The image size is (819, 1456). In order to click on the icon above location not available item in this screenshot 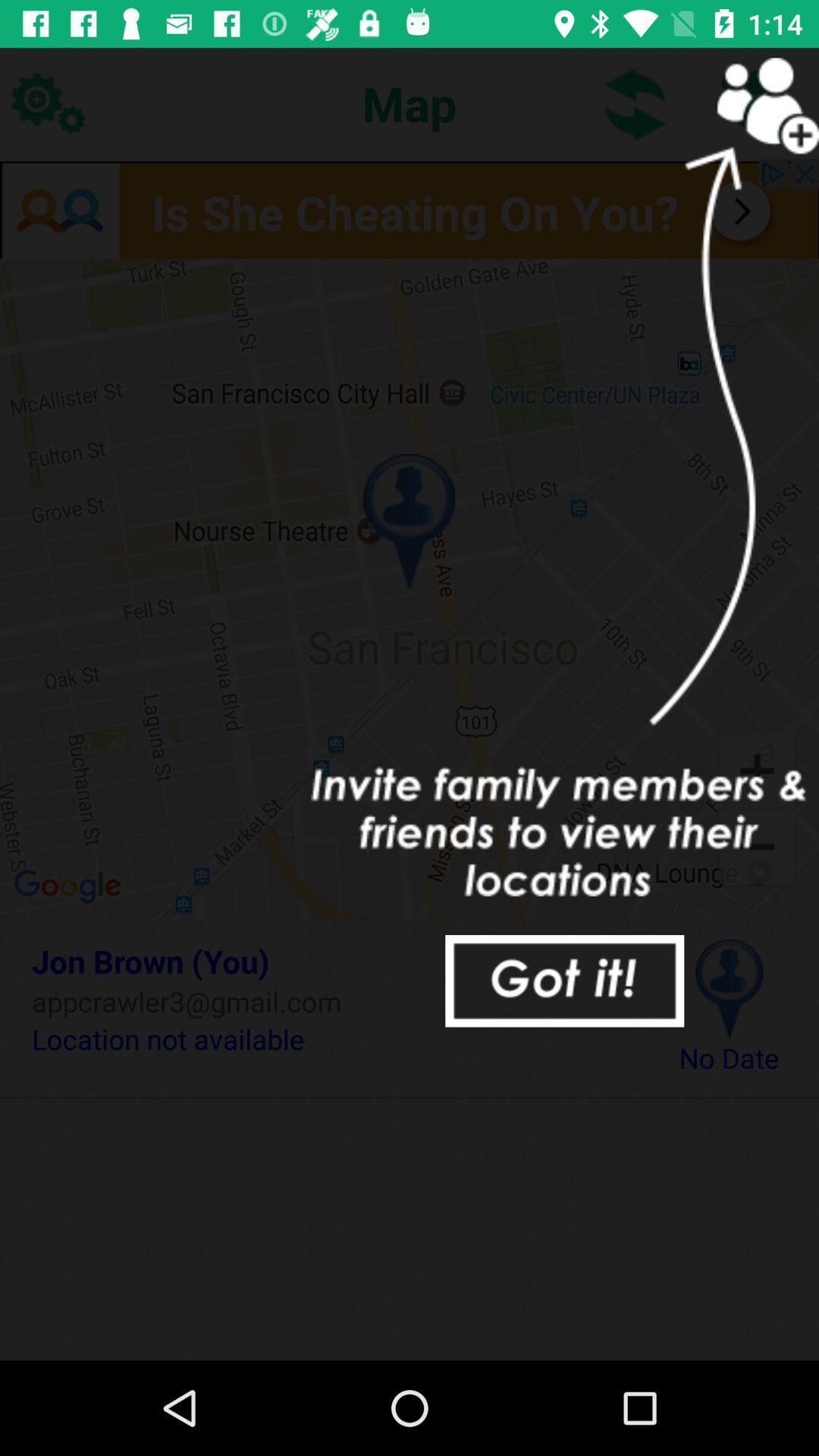, I will do `click(331, 1001)`.